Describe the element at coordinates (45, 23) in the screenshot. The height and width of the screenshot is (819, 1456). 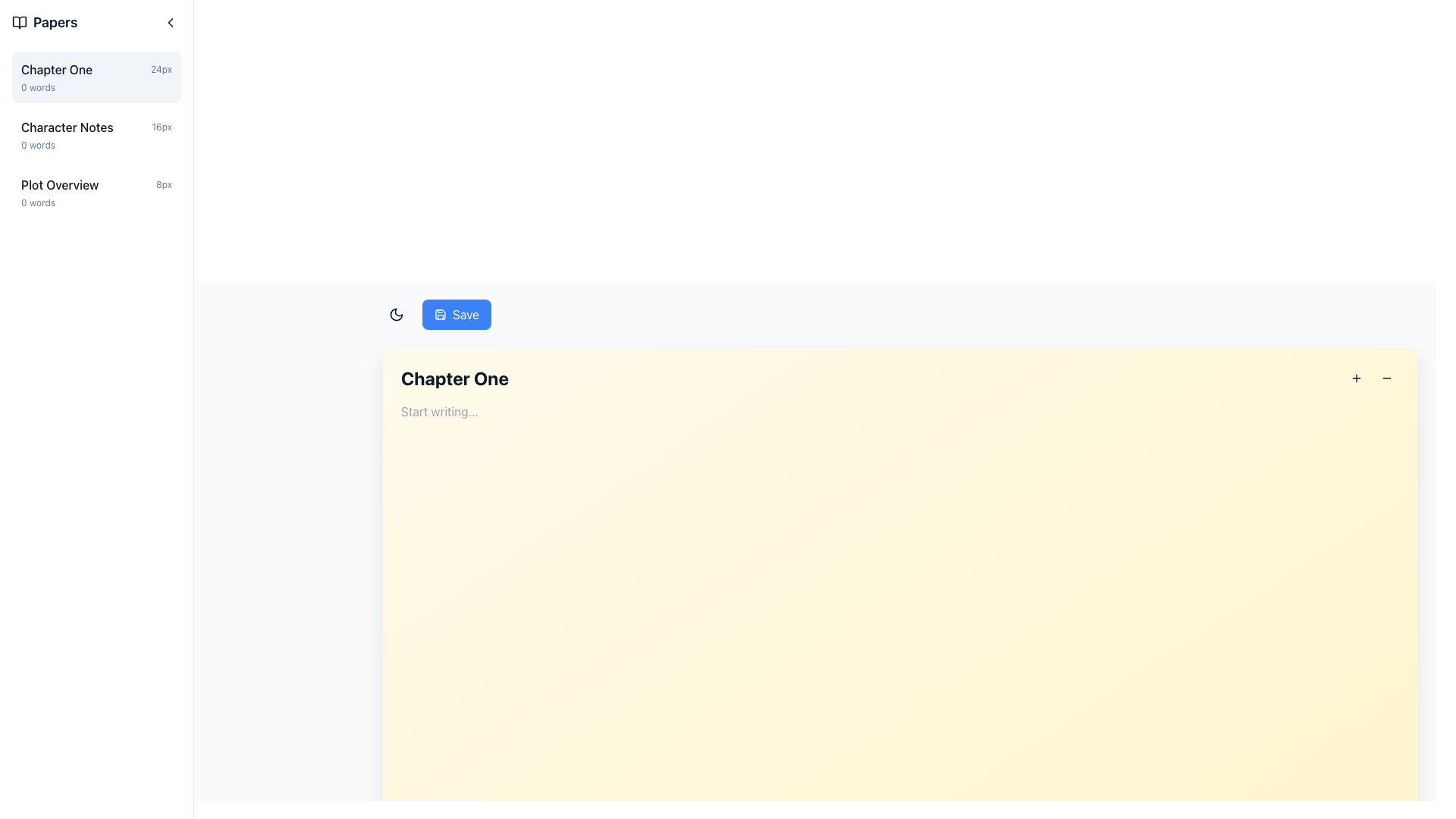
I see `text label located in the top-left section of the sidebar, which serves as a header or title for the content below` at that location.